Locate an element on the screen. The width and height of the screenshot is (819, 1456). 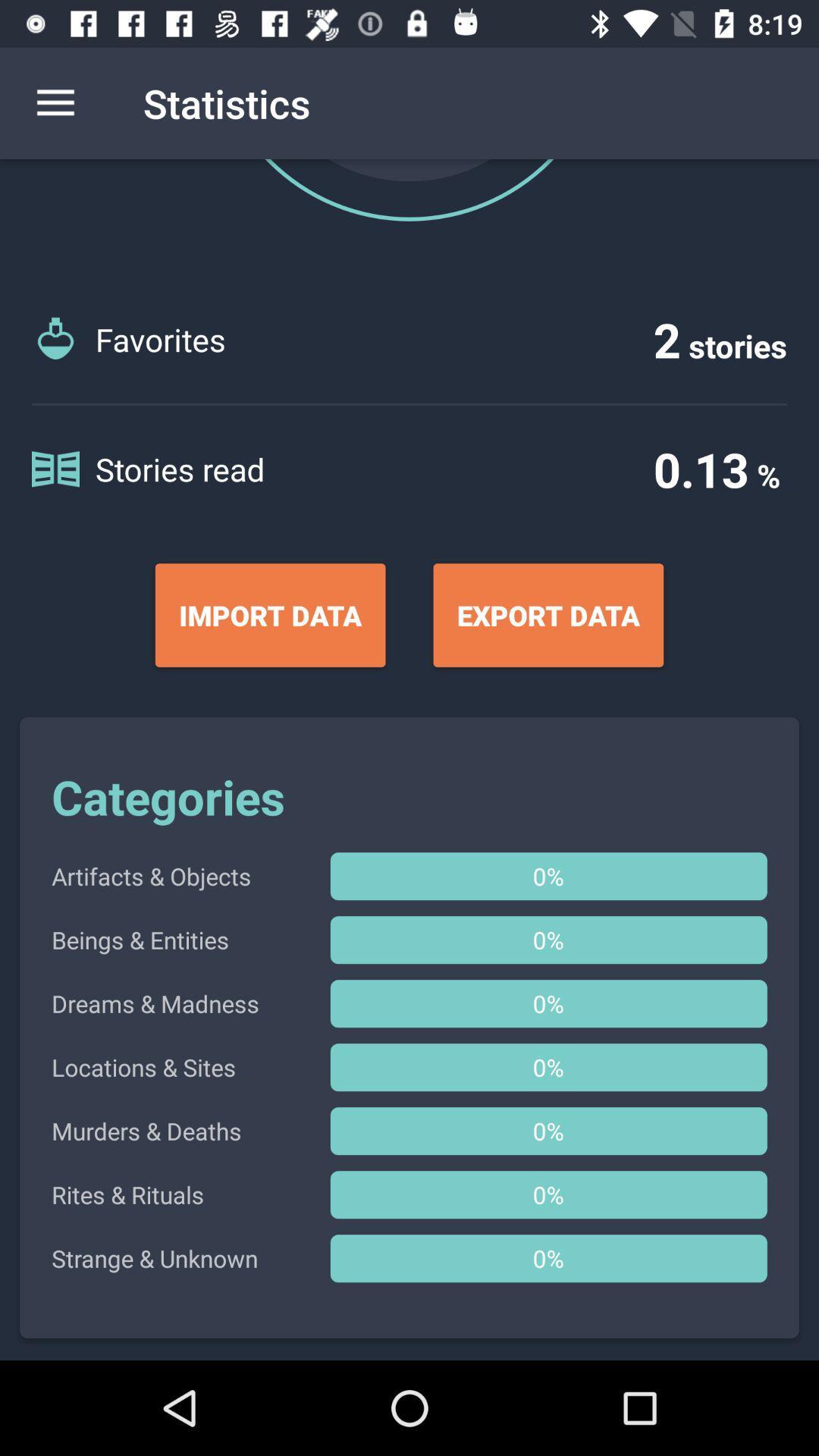
the icon to the left of the export data item is located at coordinates (269, 615).